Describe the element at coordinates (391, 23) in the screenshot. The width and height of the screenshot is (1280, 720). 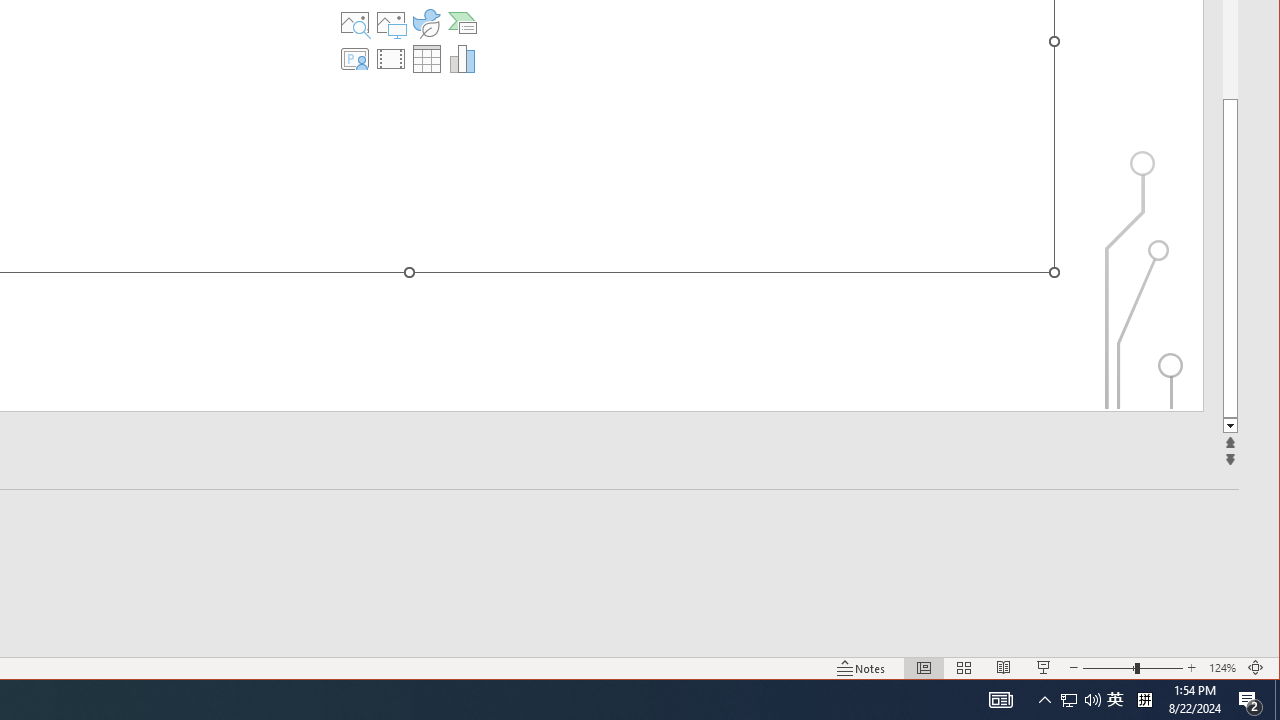
I see `'Pictures'` at that location.